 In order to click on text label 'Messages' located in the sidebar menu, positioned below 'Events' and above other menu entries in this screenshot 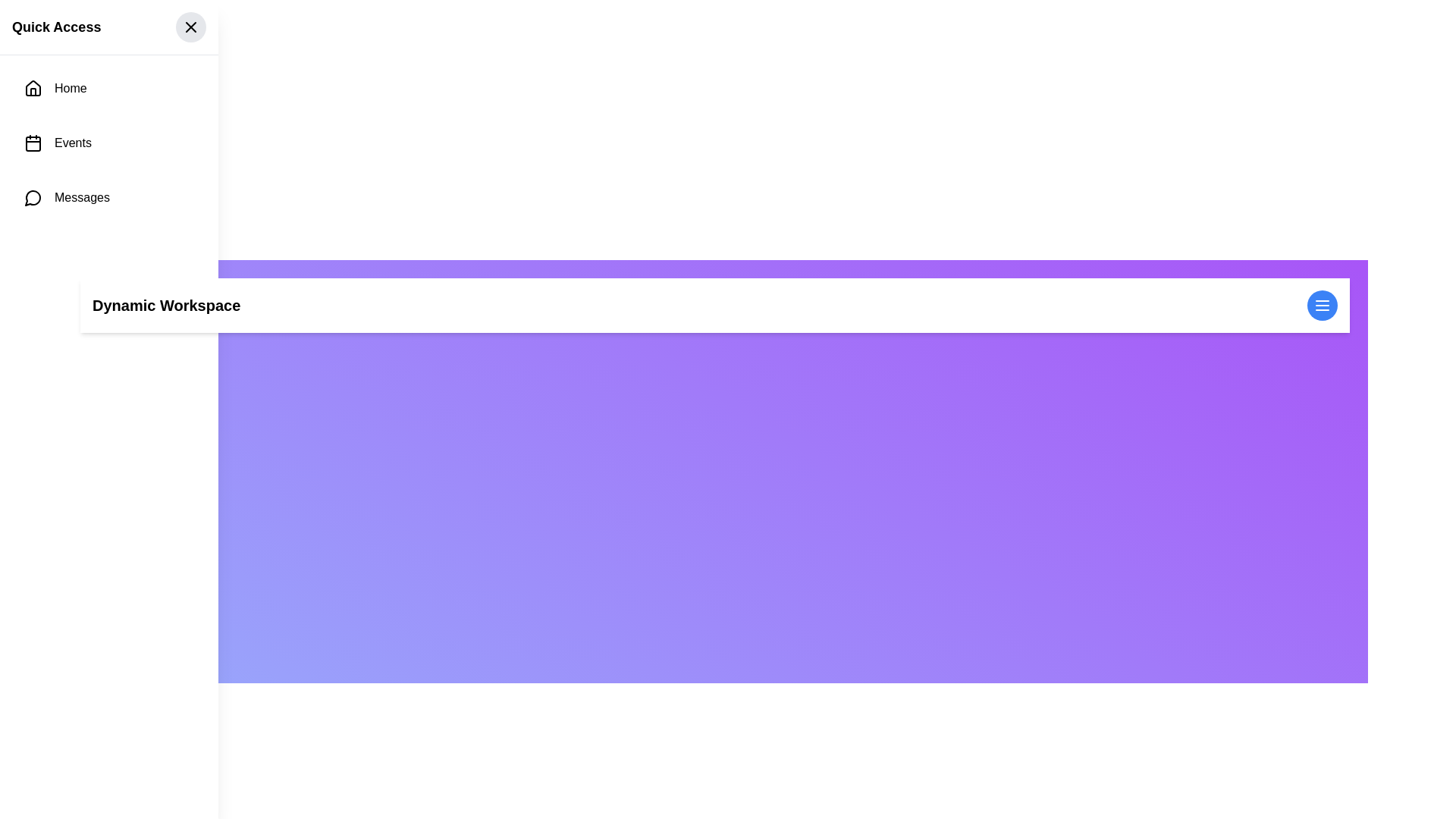, I will do `click(81, 197)`.